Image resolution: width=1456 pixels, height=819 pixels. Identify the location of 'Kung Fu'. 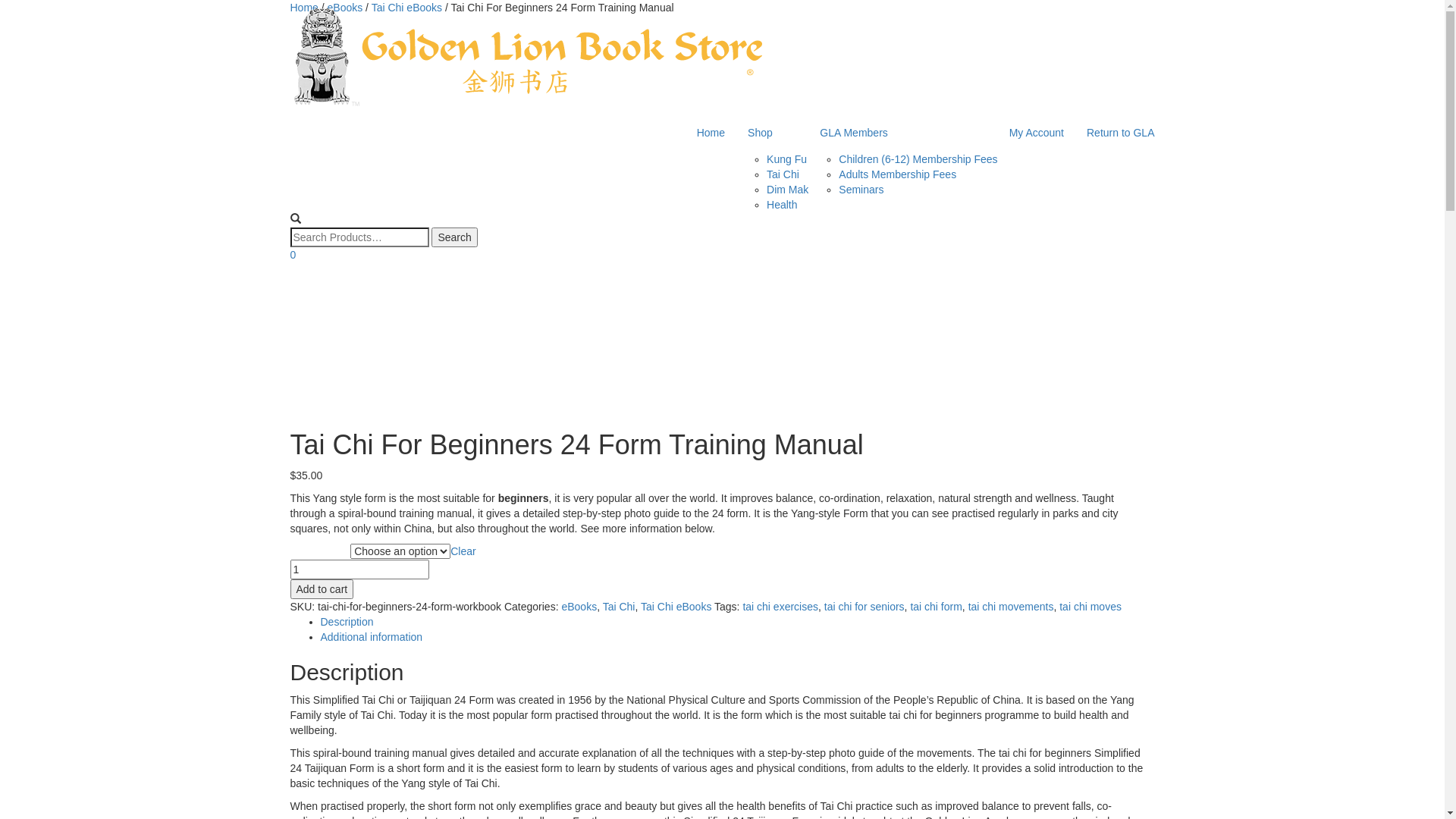
(786, 158).